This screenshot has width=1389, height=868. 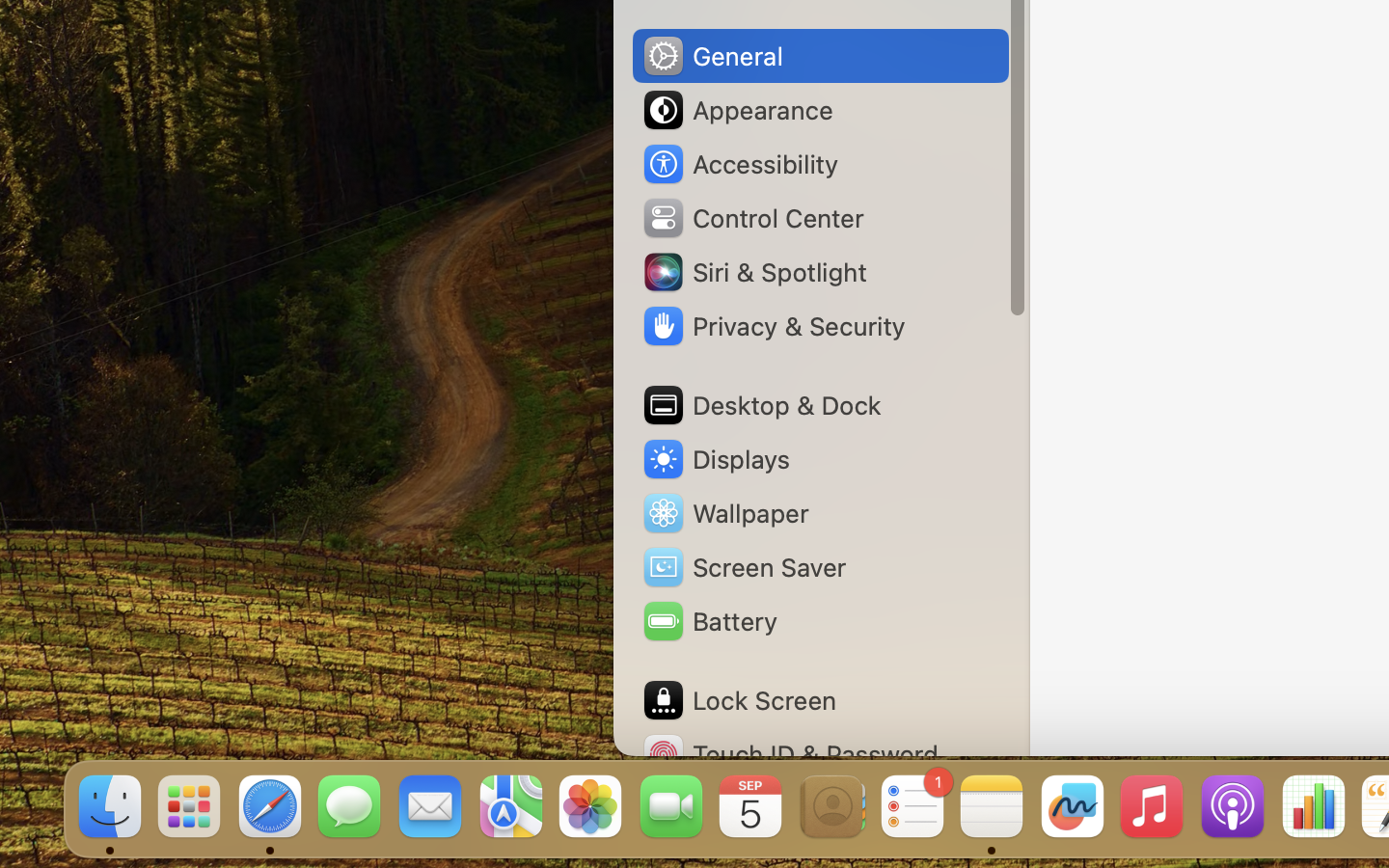 What do you see at coordinates (736, 110) in the screenshot?
I see `'Appearance'` at bounding box center [736, 110].